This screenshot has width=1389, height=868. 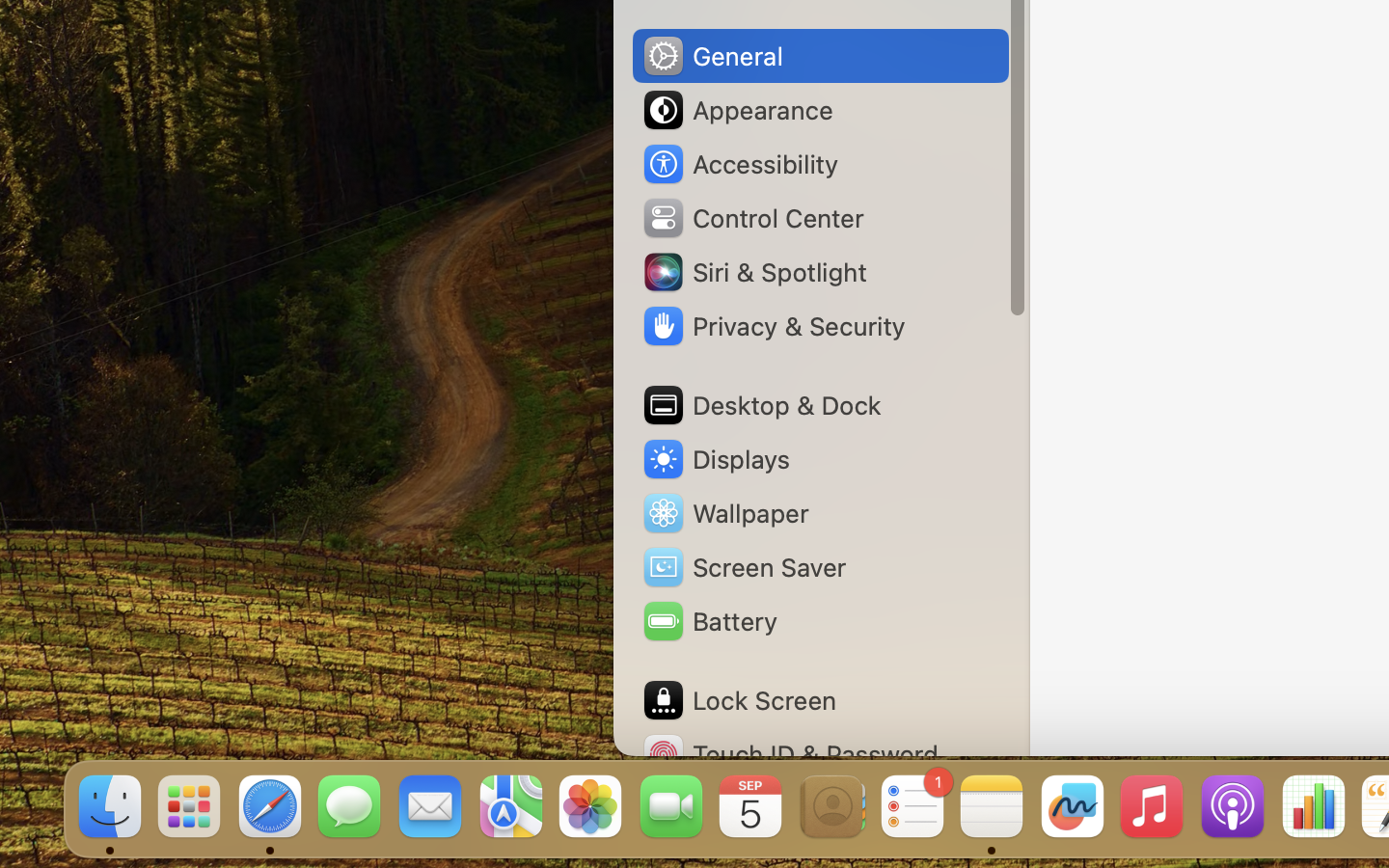 What do you see at coordinates (736, 110) in the screenshot?
I see `'Appearance'` at bounding box center [736, 110].